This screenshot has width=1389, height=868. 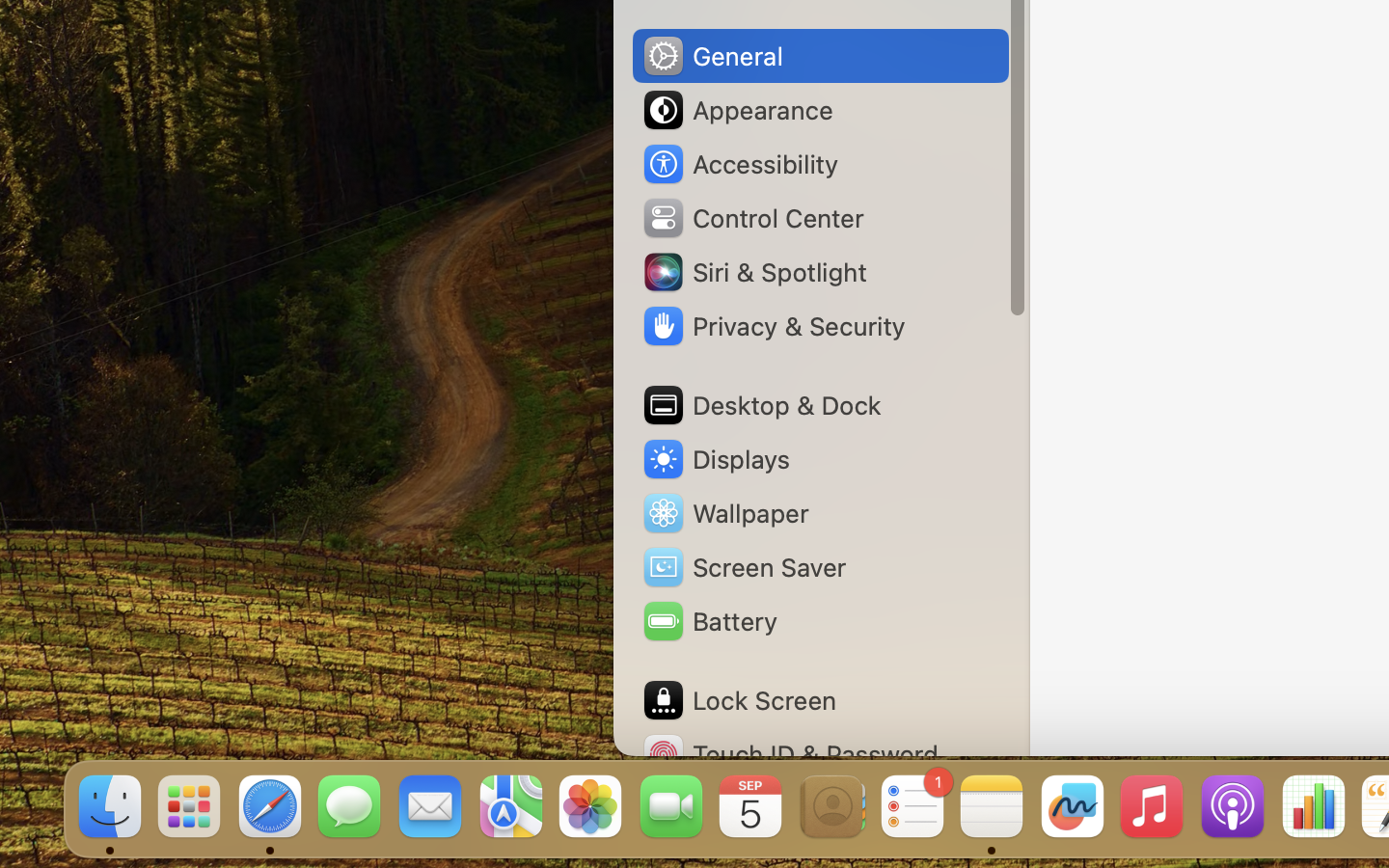 What do you see at coordinates (736, 110) in the screenshot?
I see `'Appearance'` at bounding box center [736, 110].